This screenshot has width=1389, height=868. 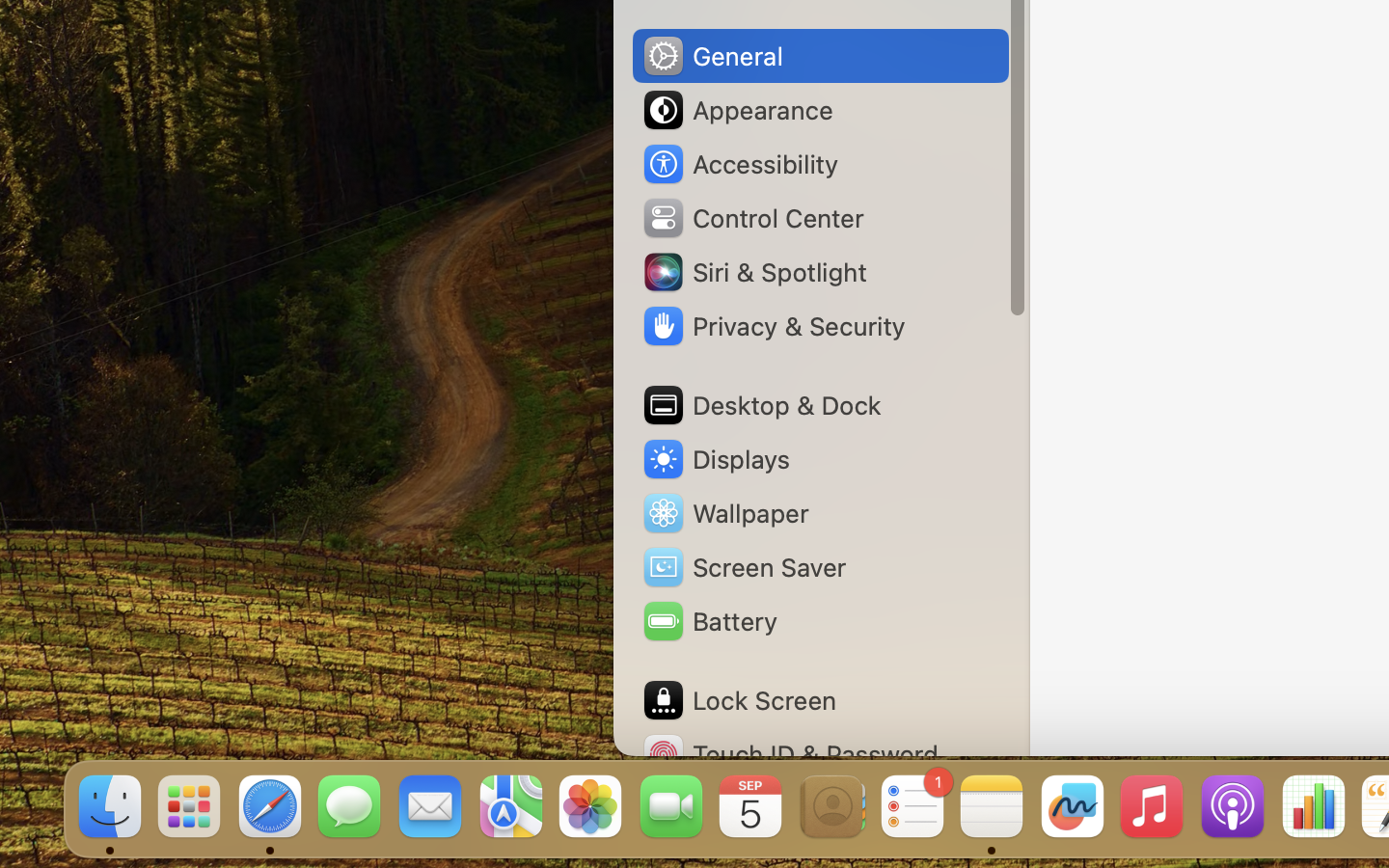 What do you see at coordinates (736, 110) in the screenshot?
I see `'Appearance'` at bounding box center [736, 110].